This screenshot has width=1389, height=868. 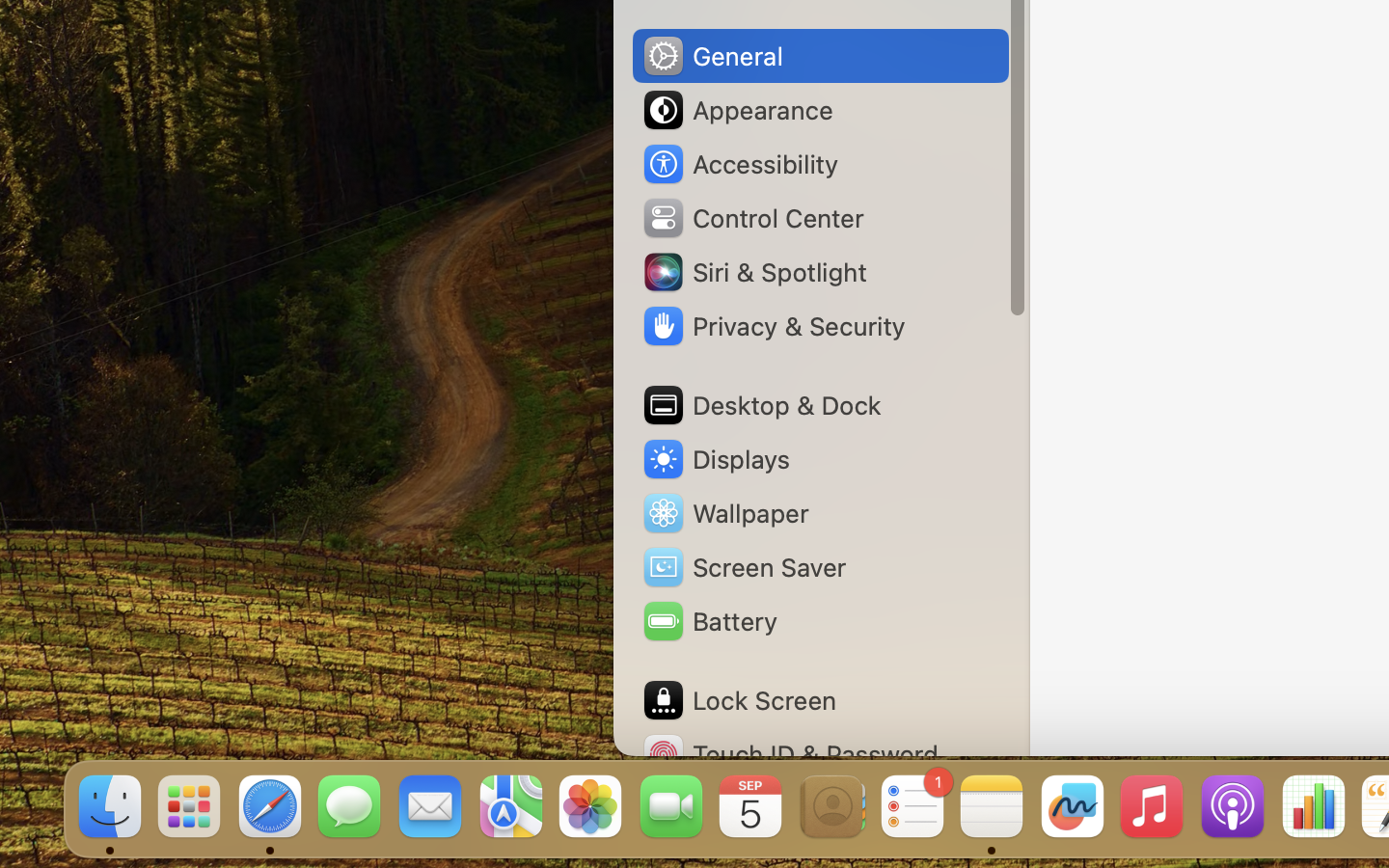 What do you see at coordinates (736, 110) in the screenshot?
I see `'Appearance'` at bounding box center [736, 110].